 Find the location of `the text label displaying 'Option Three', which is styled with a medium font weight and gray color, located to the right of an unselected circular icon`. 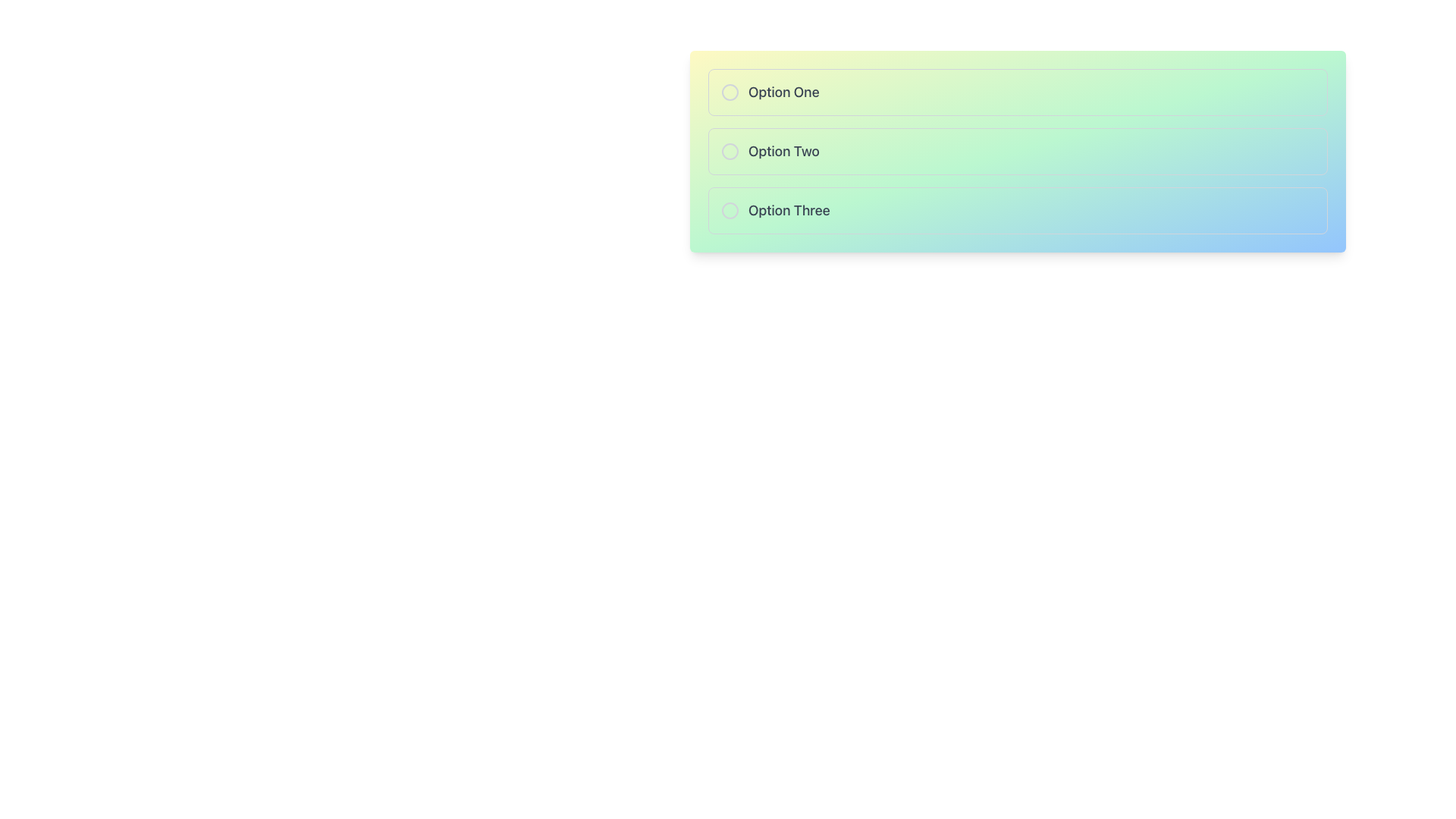

the text label displaying 'Option Three', which is styled with a medium font weight and gray color, located to the right of an unselected circular icon is located at coordinates (789, 210).